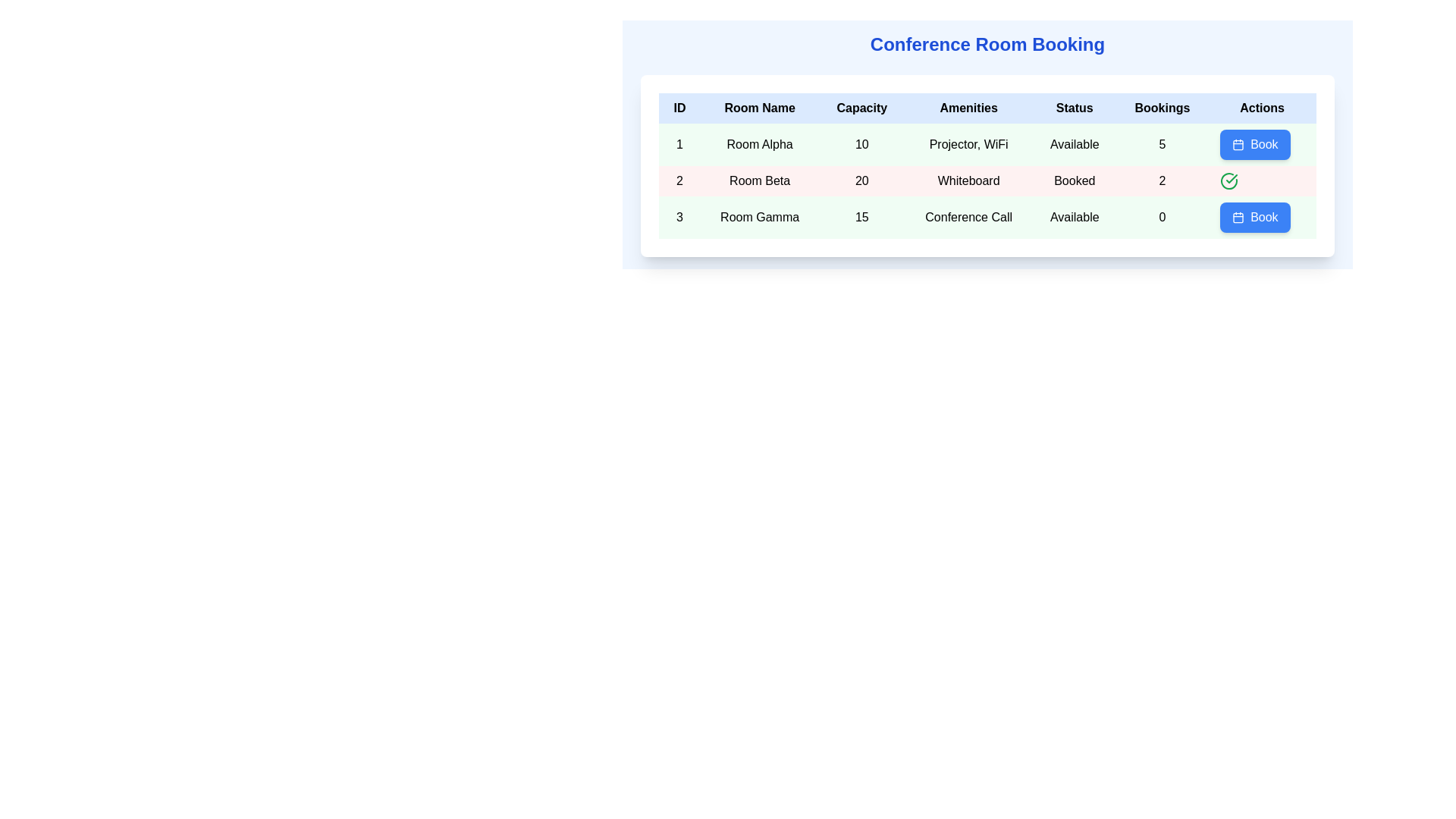 This screenshot has height=819, width=1456. What do you see at coordinates (987, 180) in the screenshot?
I see `the interactive element within the second row of the table that provides information about 'Room Beta'` at bounding box center [987, 180].